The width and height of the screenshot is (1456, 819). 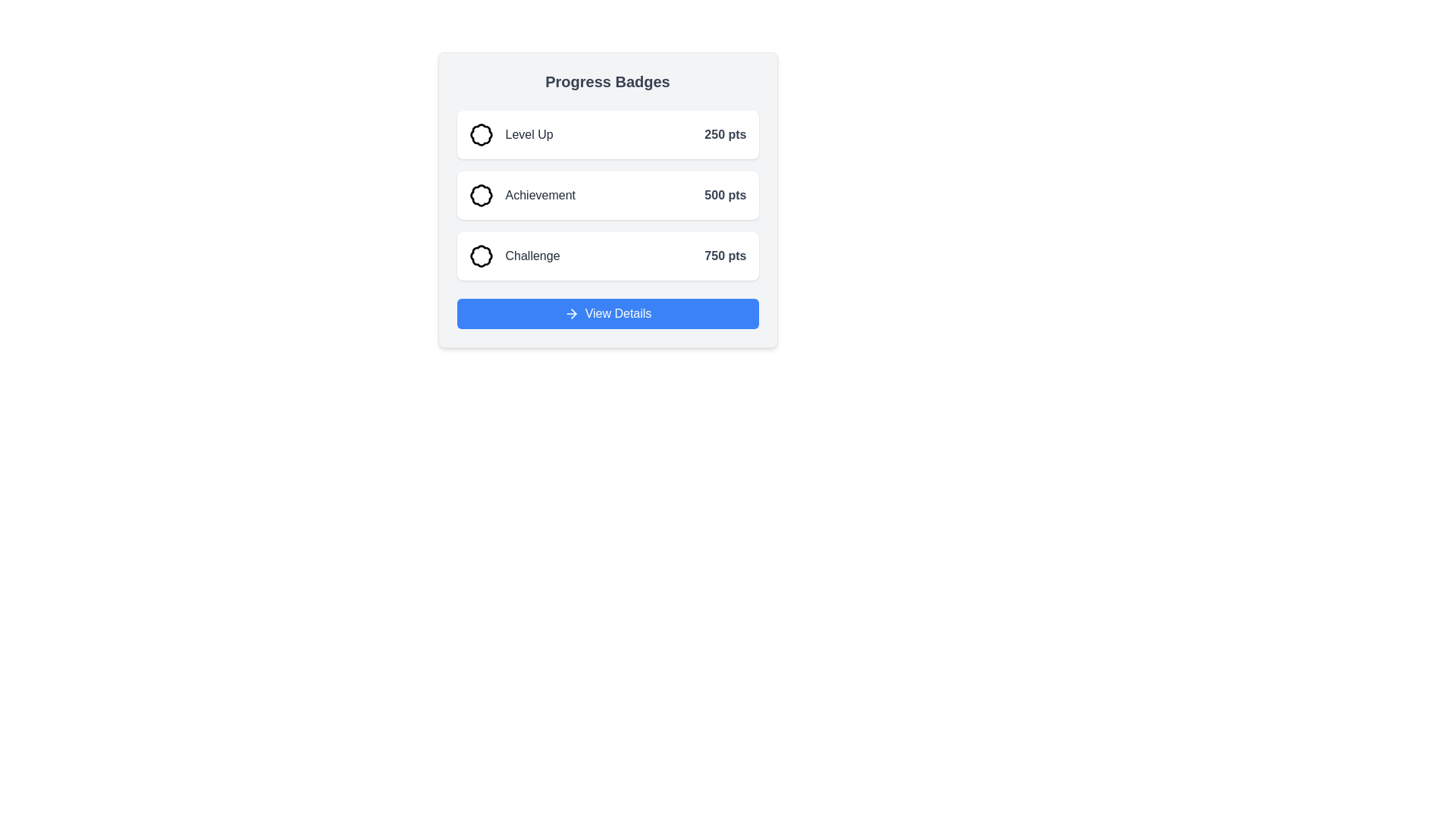 I want to click on the text label displaying 'Achievement' within the 'Progress Badges' box, which is the second item in the list and styled with a medium font weight and grayish color, so click(x=540, y=195).